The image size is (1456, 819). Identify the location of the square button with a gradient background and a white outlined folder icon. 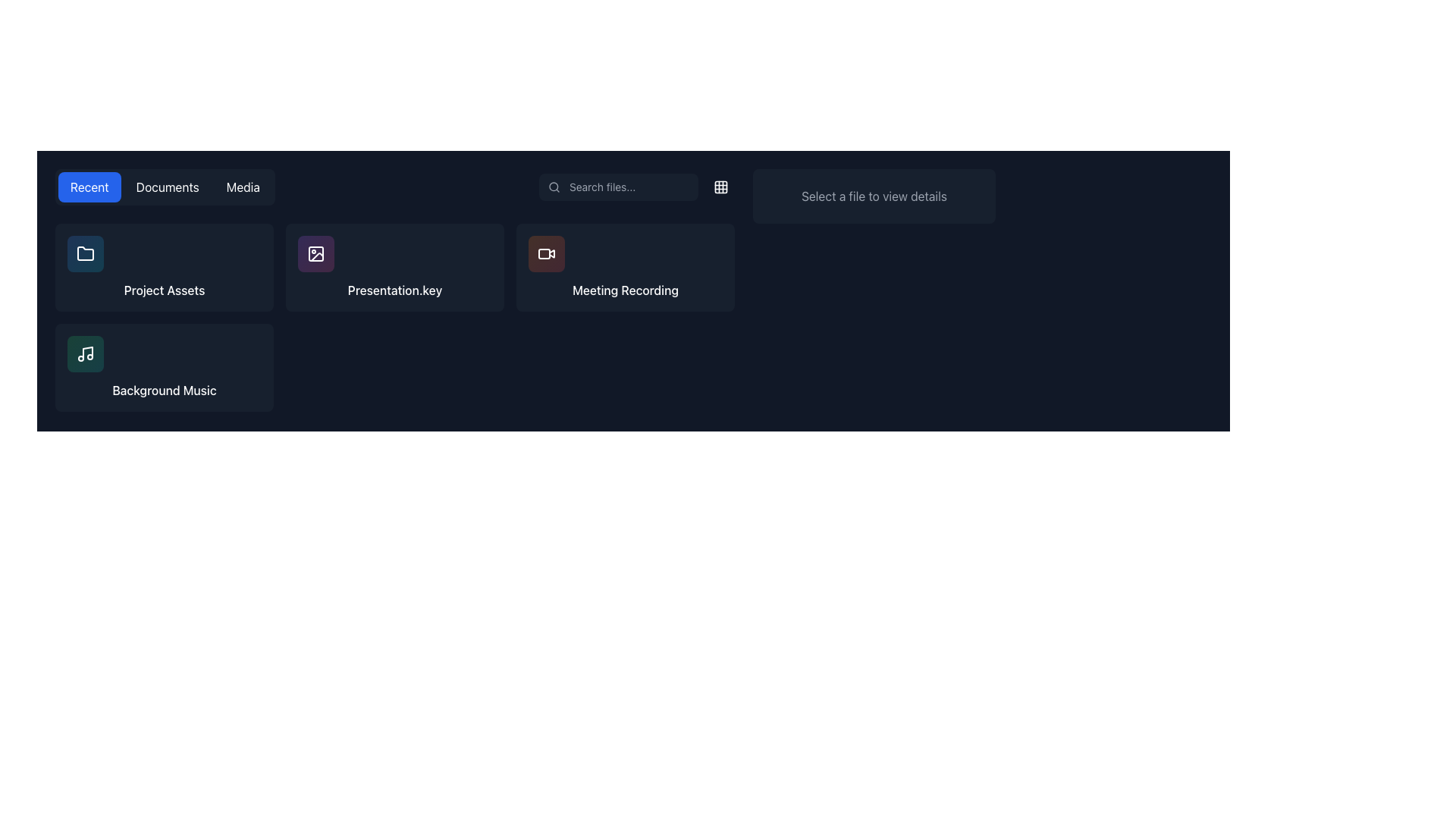
(85, 253).